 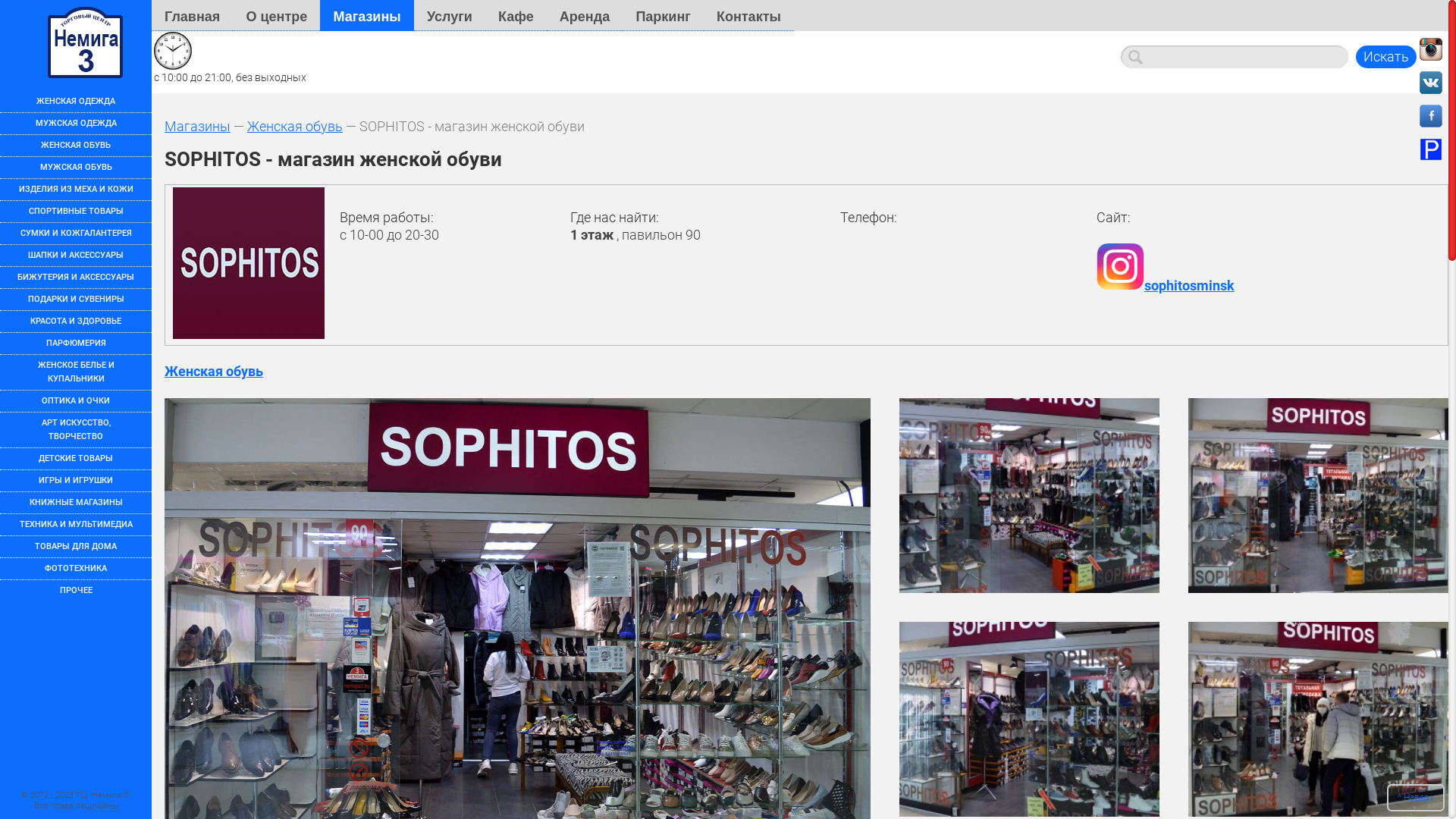 What do you see at coordinates (1164, 285) in the screenshot?
I see `'sophitosminsk'` at bounding box center [1164, 285].